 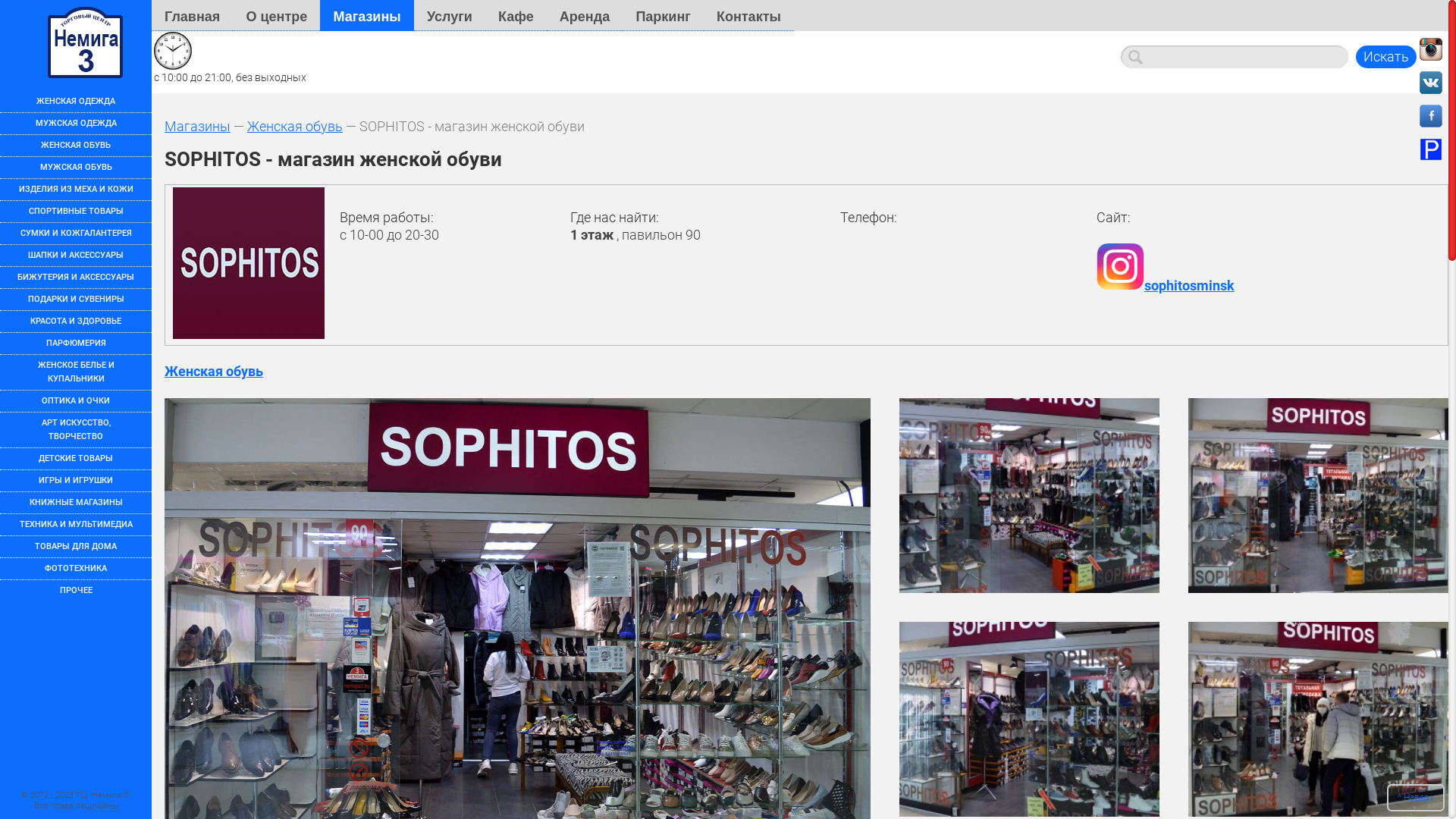 What do you see at coordinates (1164, 285) in the screenshot?
I see `'sophitosminsk'` at bounding box center [1164, 285].